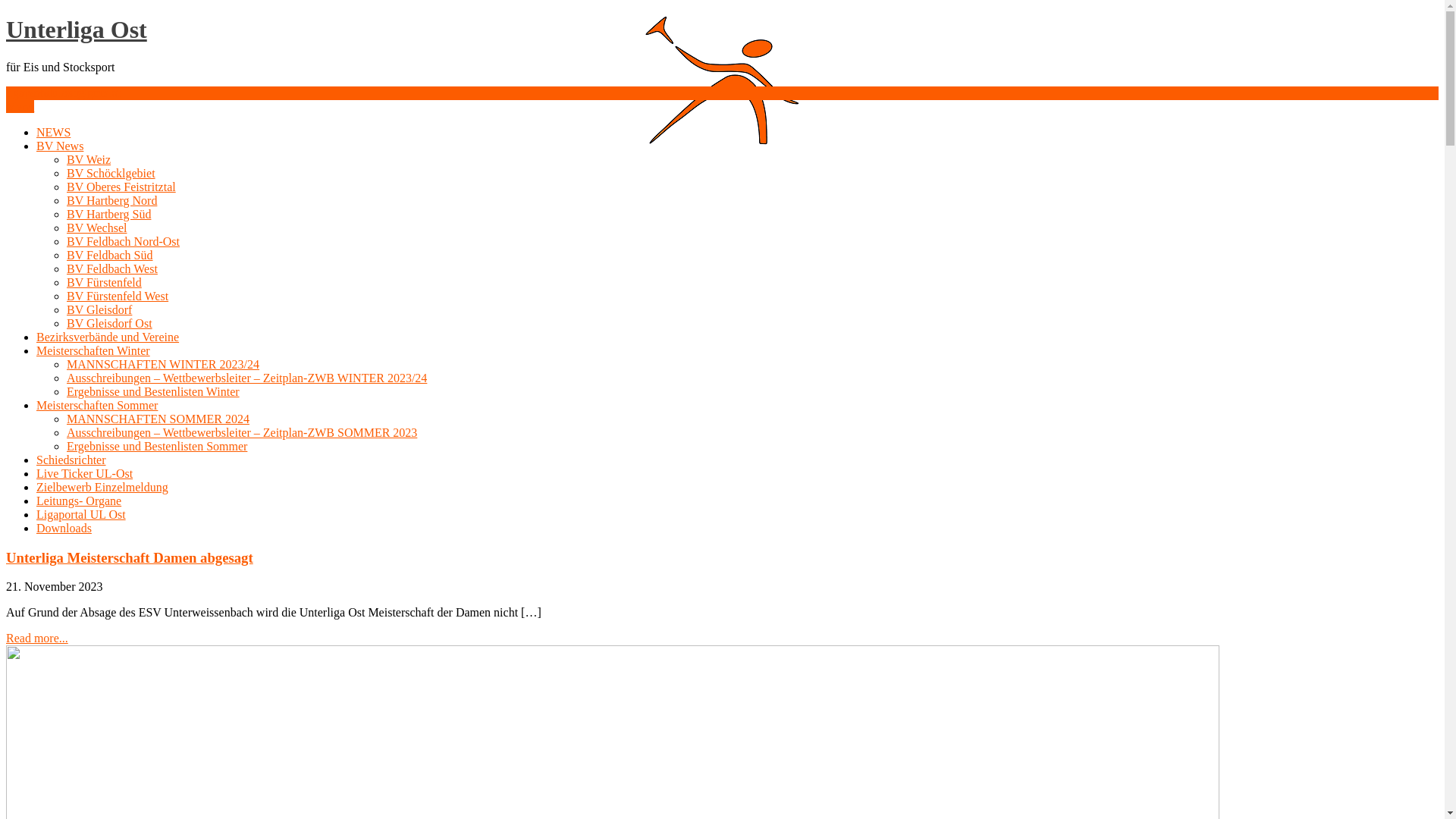  I want to click on 'Ergebnisse und Bestenlisten Winter', so click(152, 391).